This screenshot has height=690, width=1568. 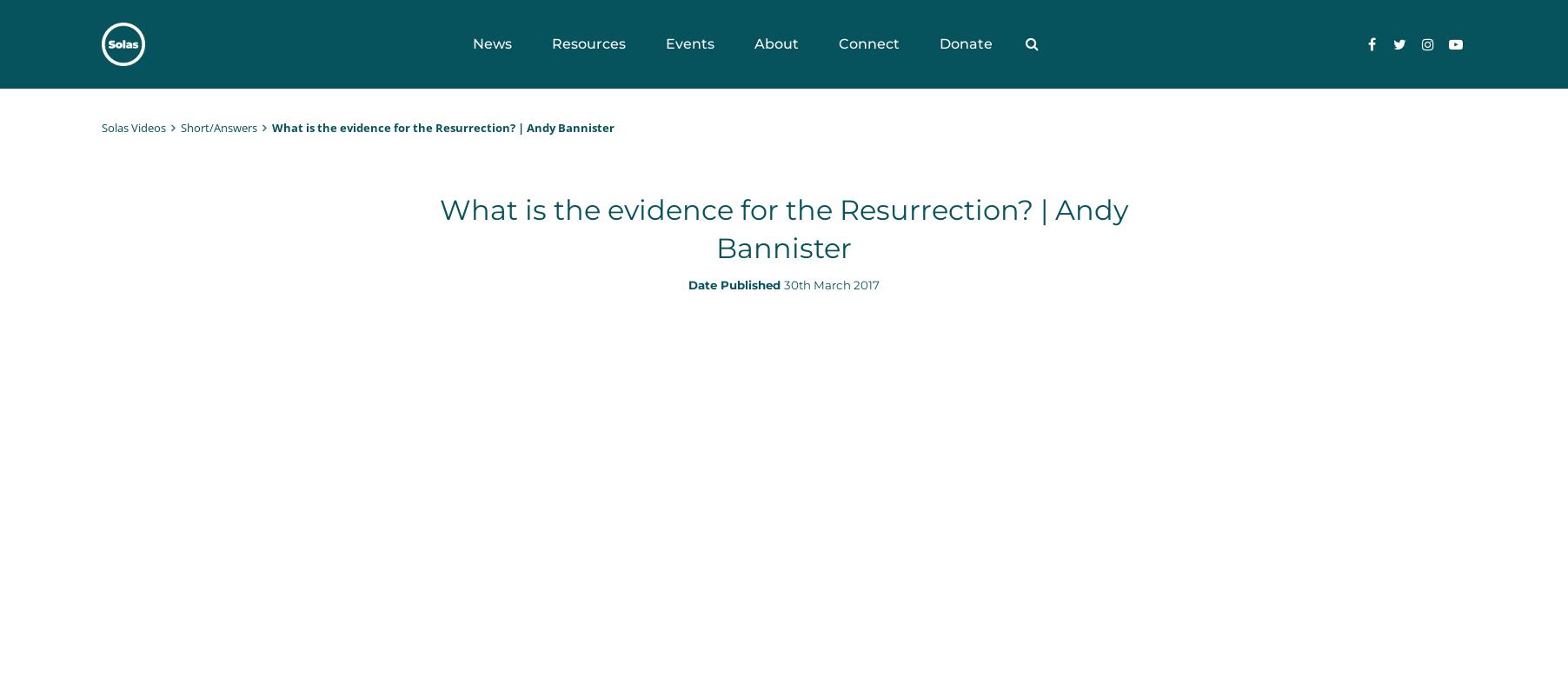 I want to click on 'Solas Videos', so click(x=133, y=127).